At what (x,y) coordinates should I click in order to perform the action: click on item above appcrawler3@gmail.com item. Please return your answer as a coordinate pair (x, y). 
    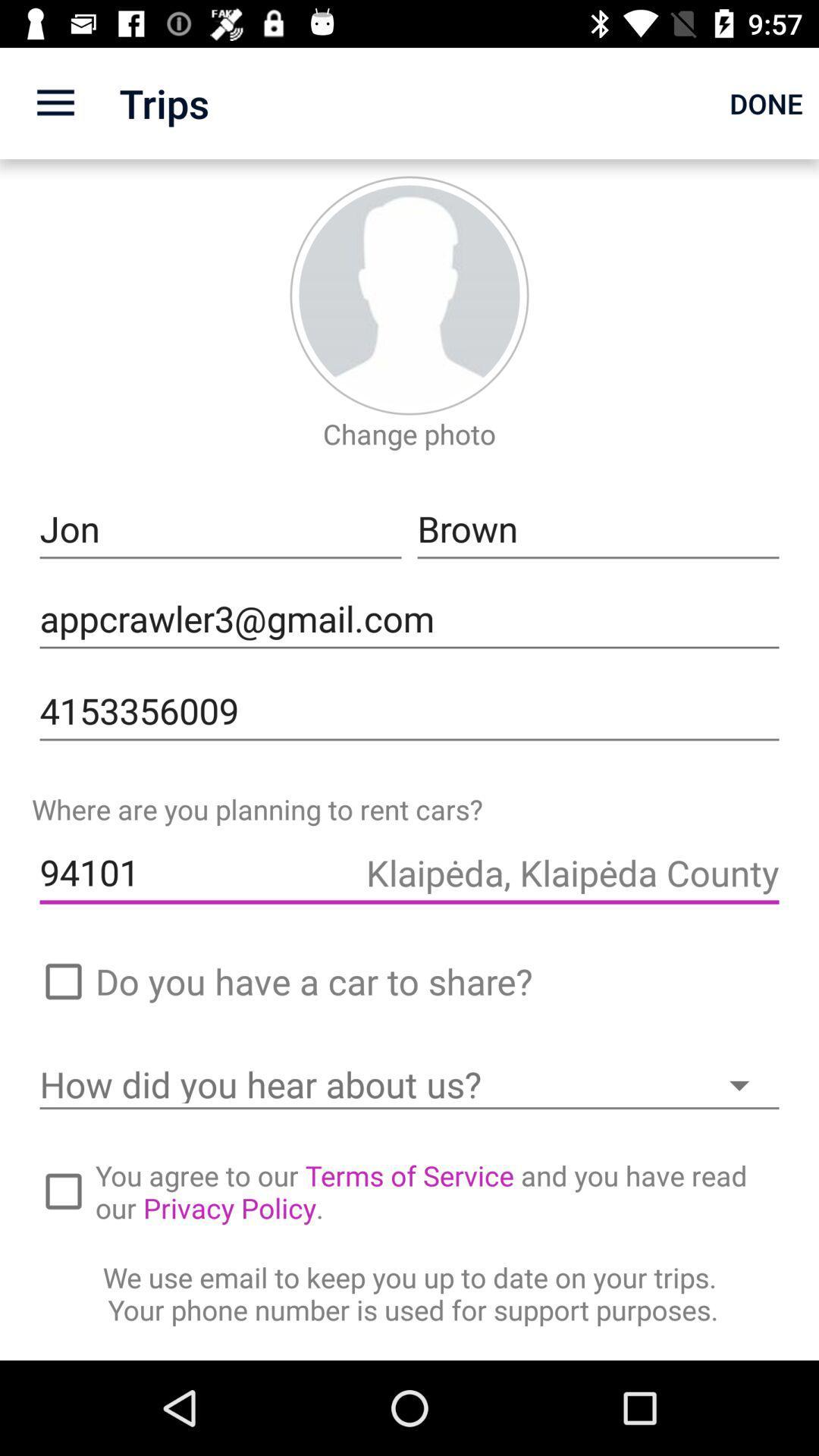
    Looking at the image, I should click on (598, 529).